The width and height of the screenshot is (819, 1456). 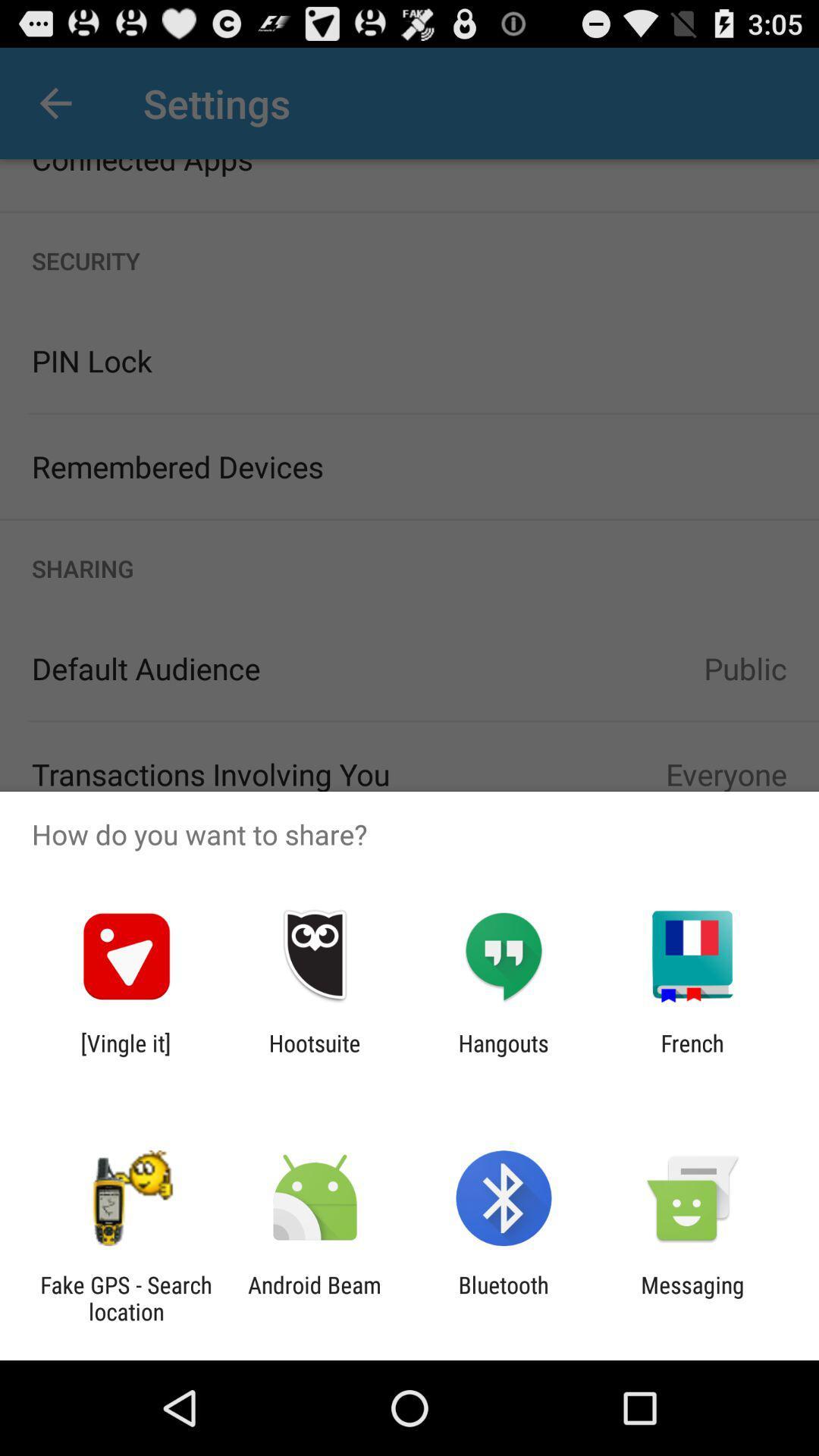 What do you see at coordinates (314, 1298) in the screenshot?
I see `the icon to the right of the fake gps search app` at bounding box center [314, 1298].